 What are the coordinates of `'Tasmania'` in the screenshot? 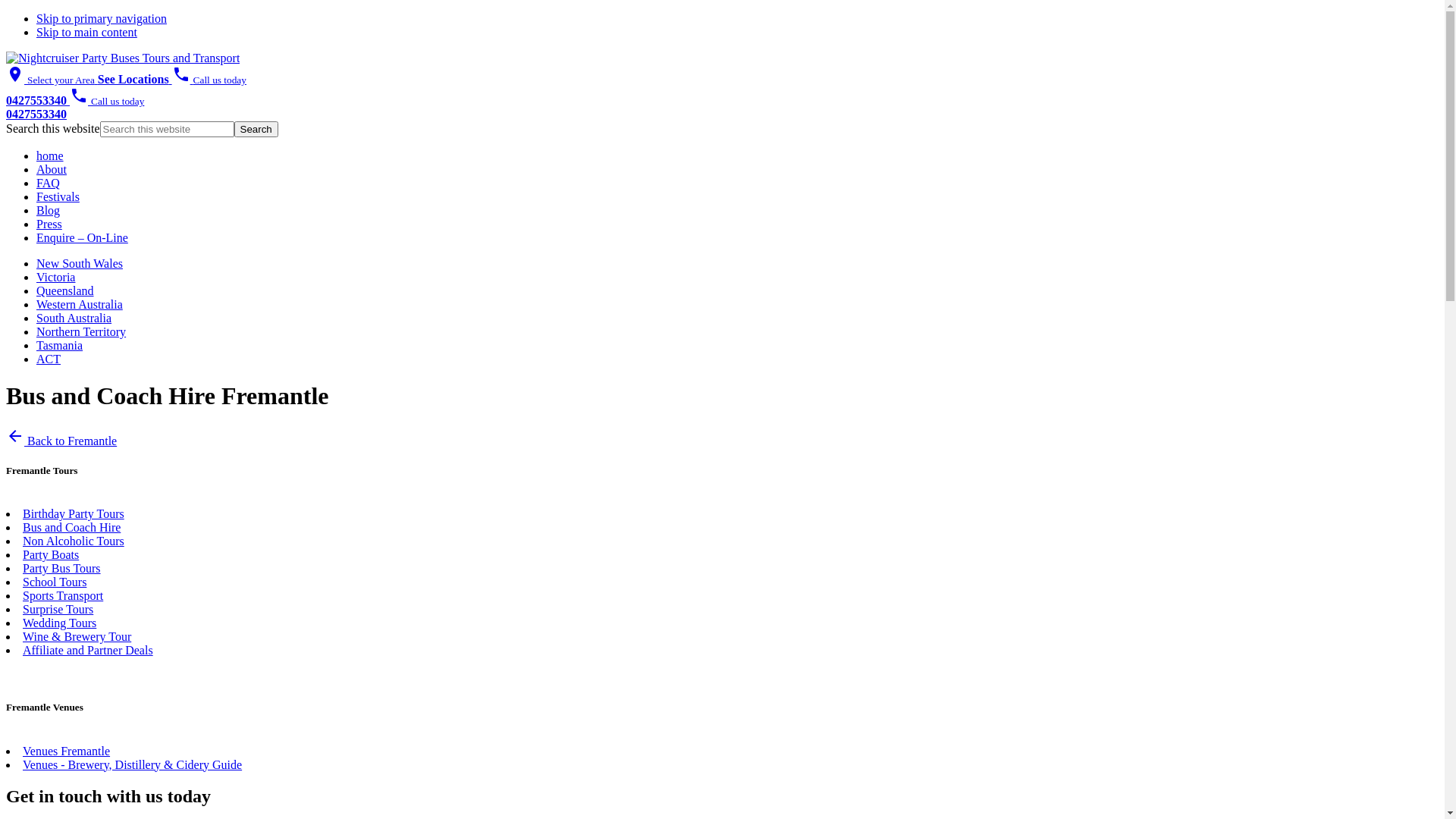 It's located at (59, 345).